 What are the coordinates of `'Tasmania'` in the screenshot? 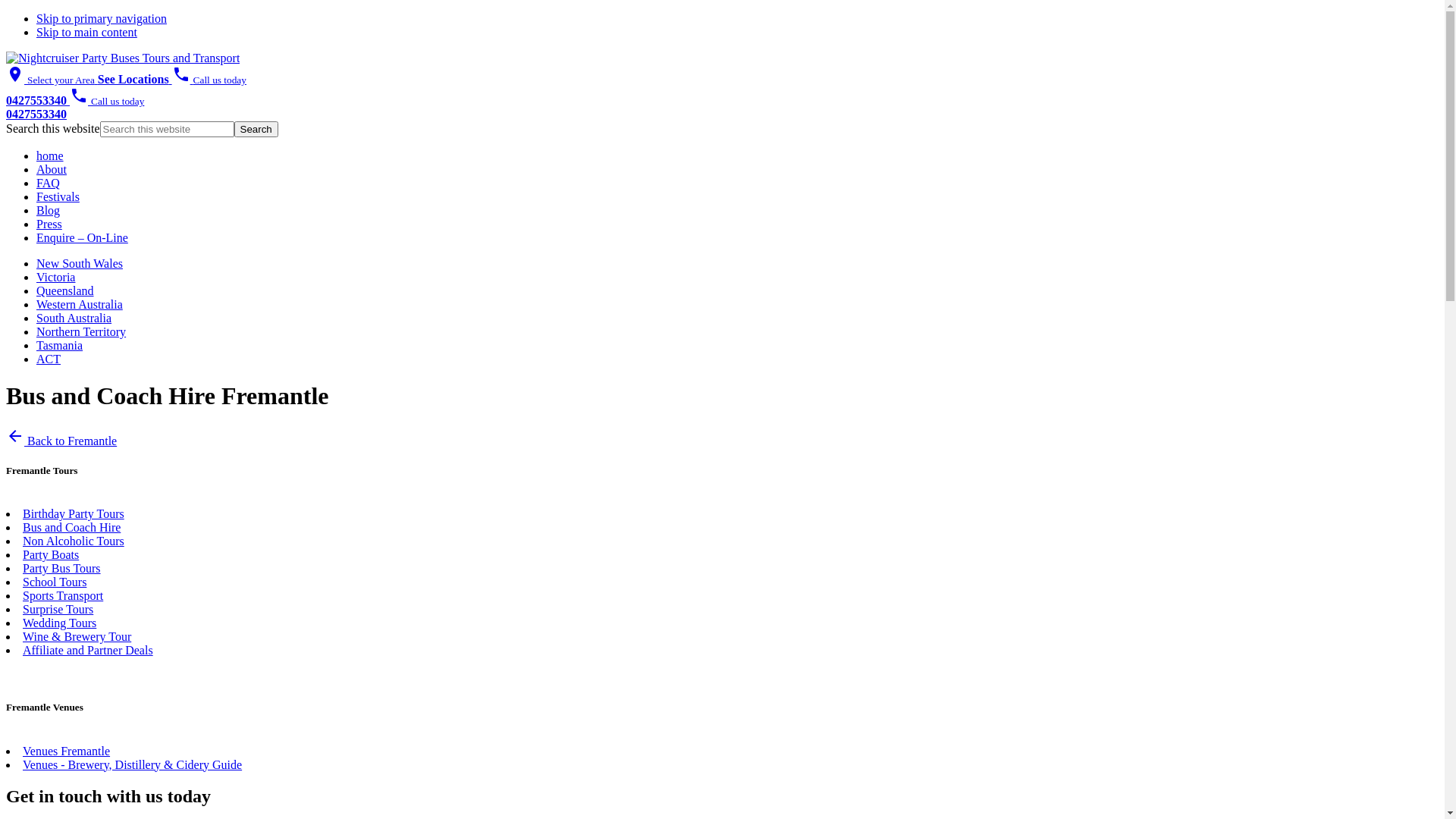 It's located at (59, 345).